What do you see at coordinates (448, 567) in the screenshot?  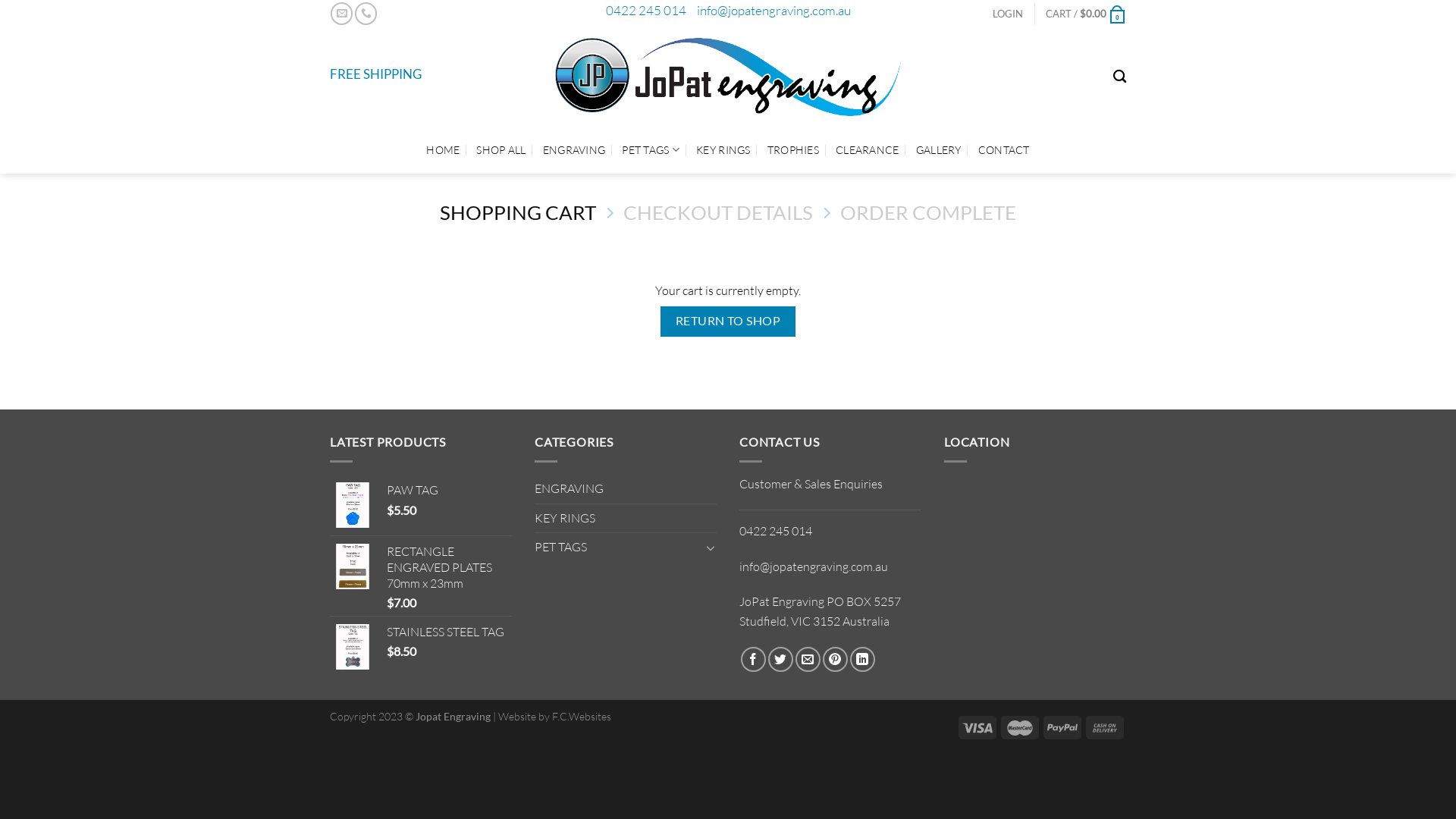 I see `'RECTANGLE ENGRAVED PLATES 70mm x 23mm'` at bounding box center [448, 567].